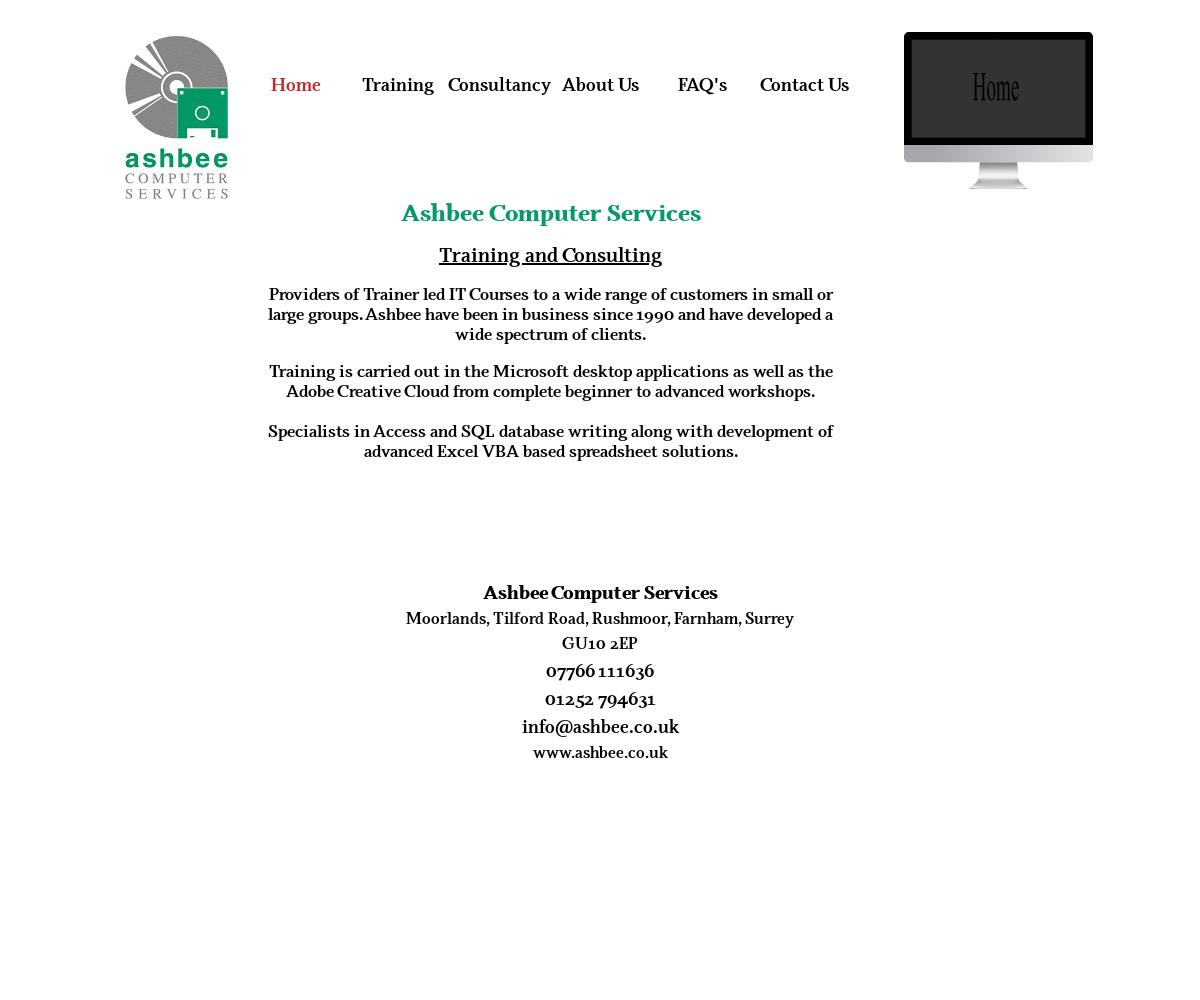 This screenshot has height=1000, width=1200. What do you see at coordinates (600, 83) in the screenshot?
I see `'About Us'` at bounding box center [600, 83].